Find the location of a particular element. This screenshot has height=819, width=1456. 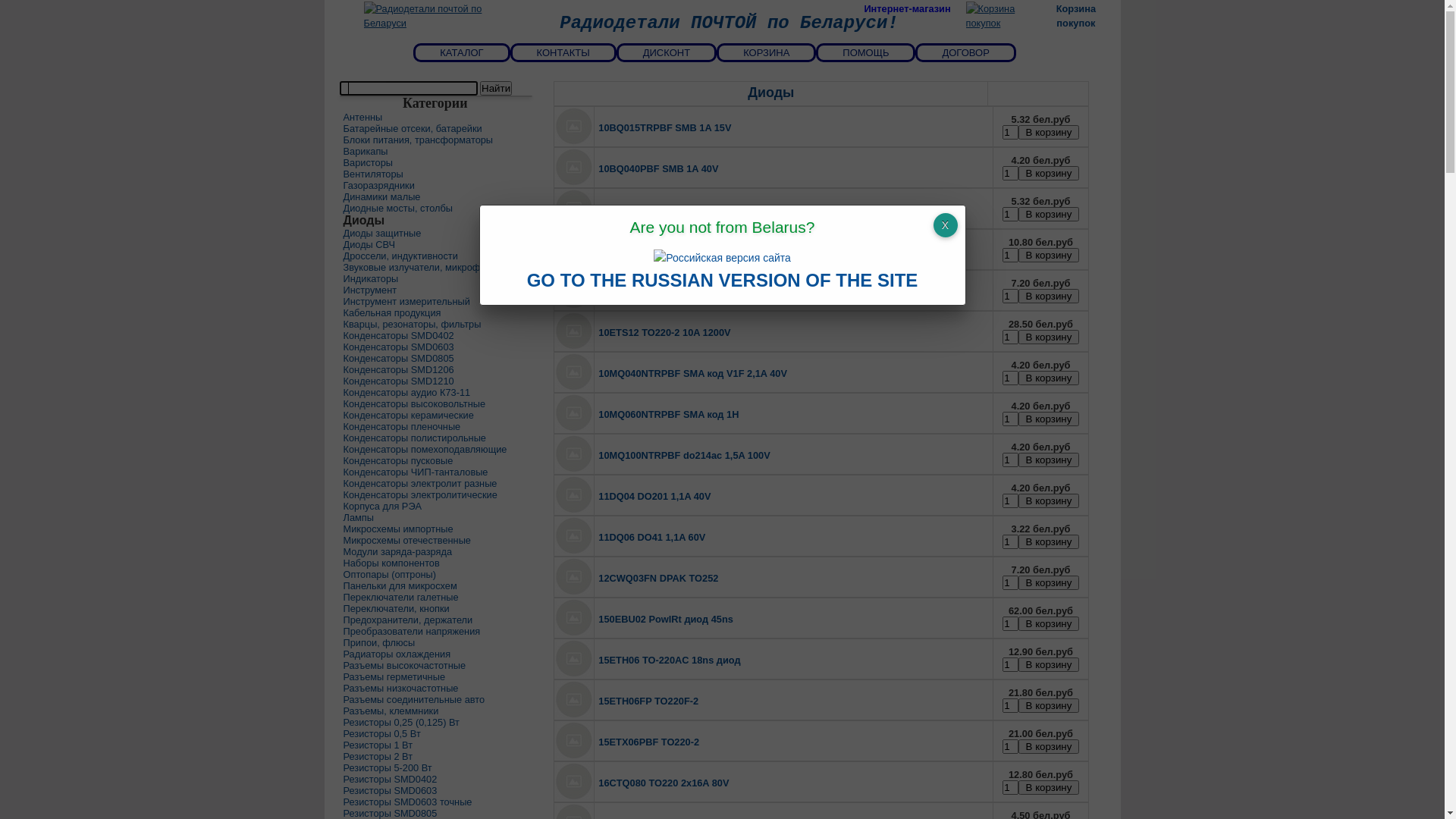

'GO TO THE RUSSIAN VERSION OF THE SITE' is located at coordinates (722, 282).